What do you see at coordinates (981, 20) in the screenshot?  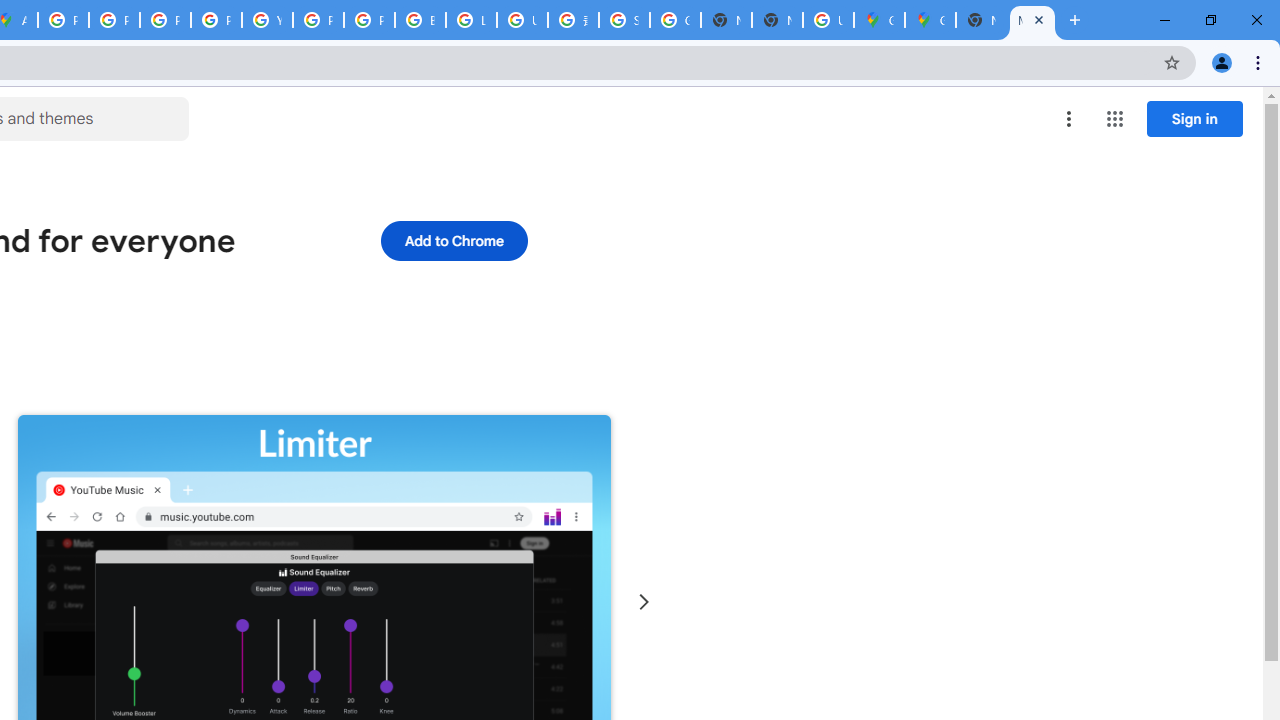 I see `'New Tab'` at bounding box center [981, 20].